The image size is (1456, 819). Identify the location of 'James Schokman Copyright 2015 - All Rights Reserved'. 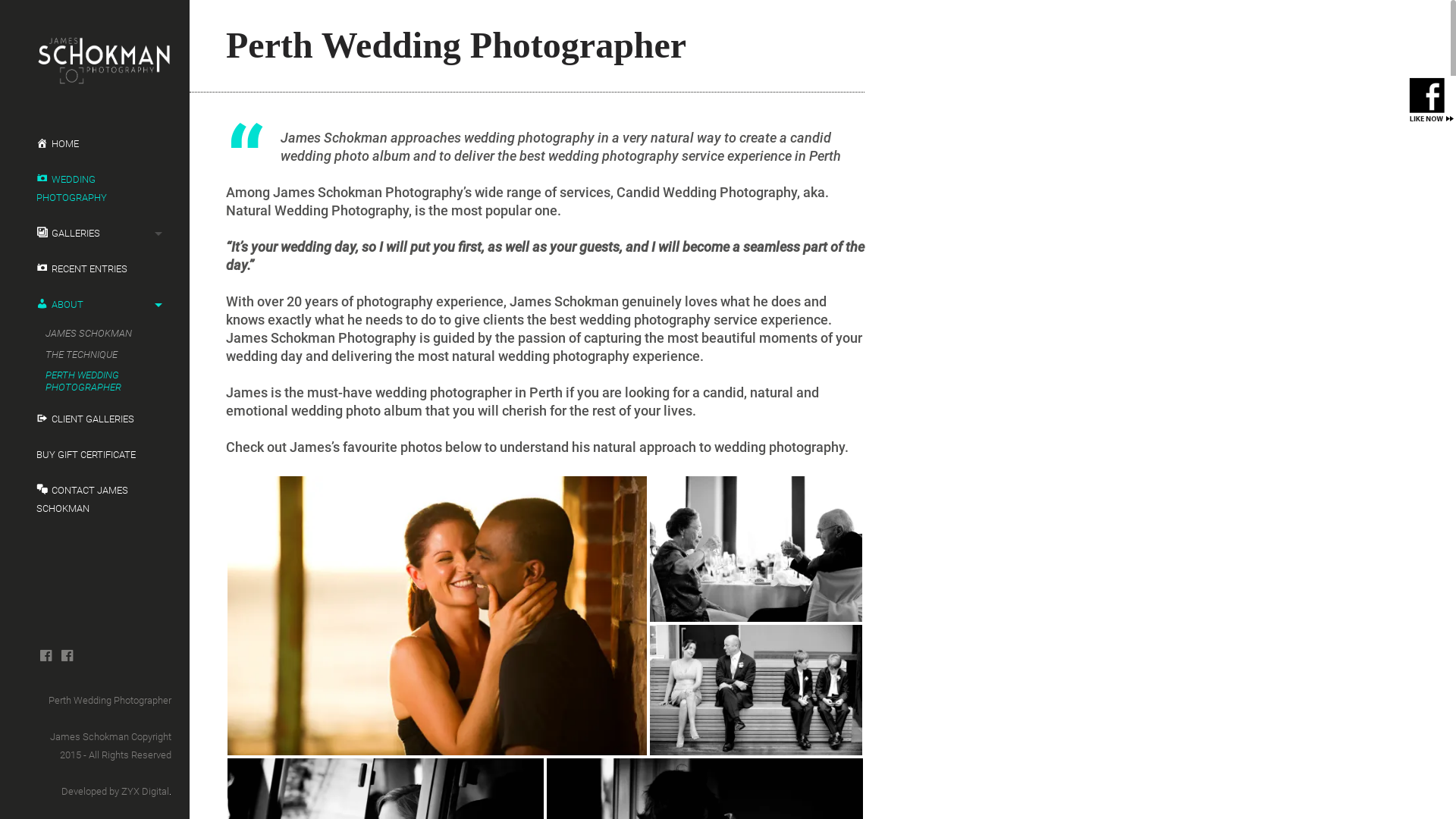
(50, 745).